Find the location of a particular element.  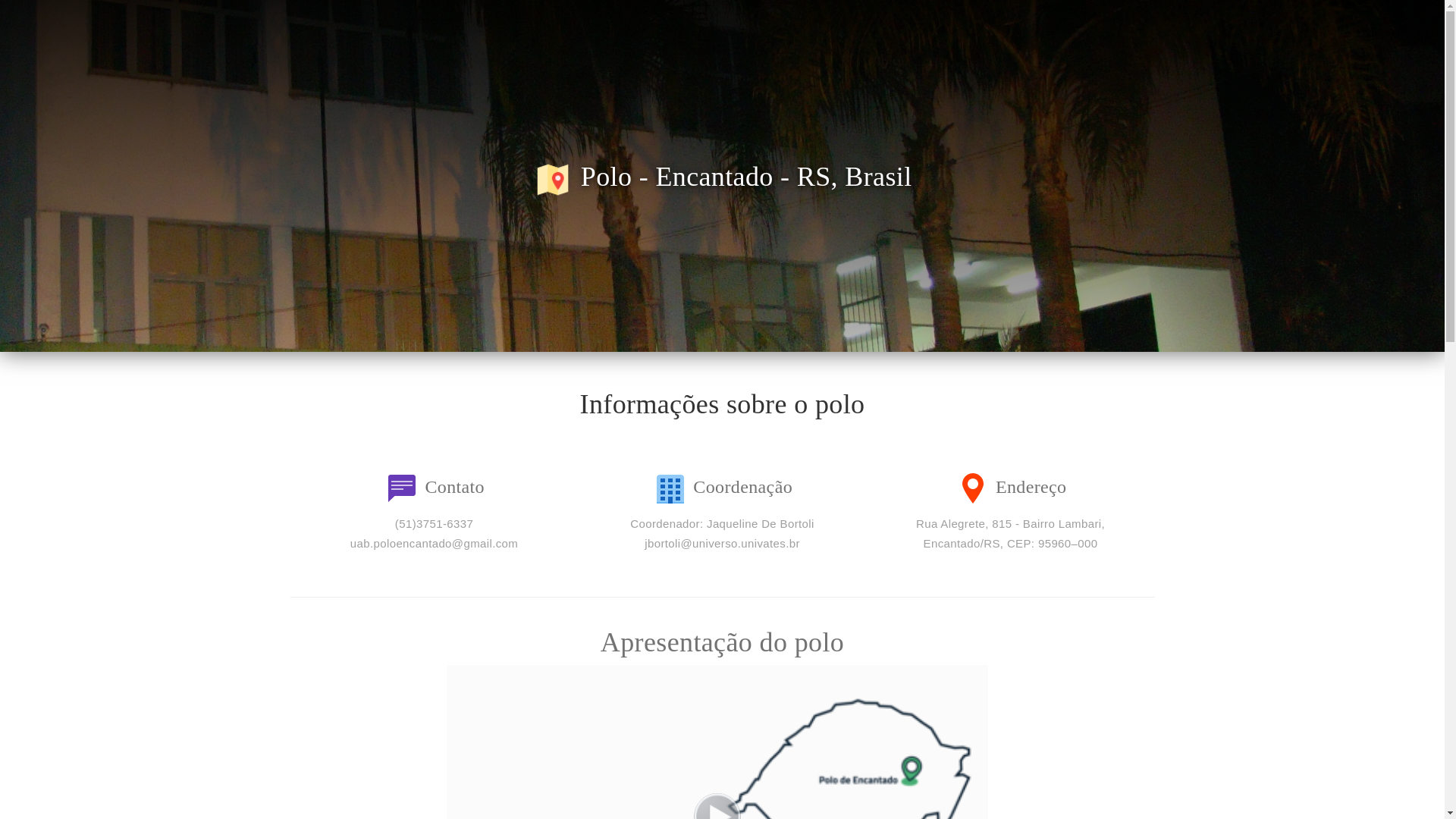

'Polo - Encantado - RS, Brasil' is located at coordinates (721, 174).